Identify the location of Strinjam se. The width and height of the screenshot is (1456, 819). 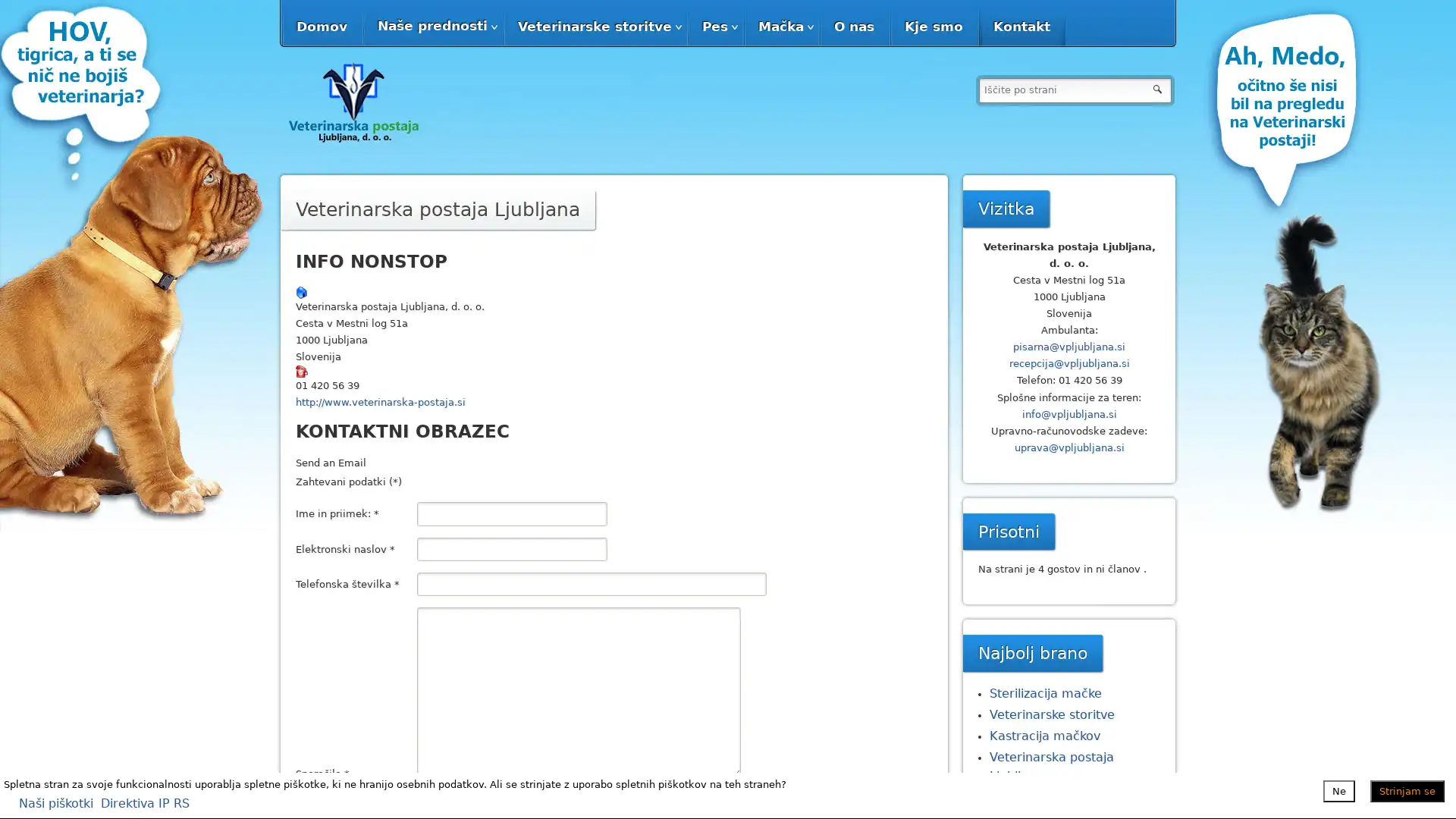
(1407, 789).